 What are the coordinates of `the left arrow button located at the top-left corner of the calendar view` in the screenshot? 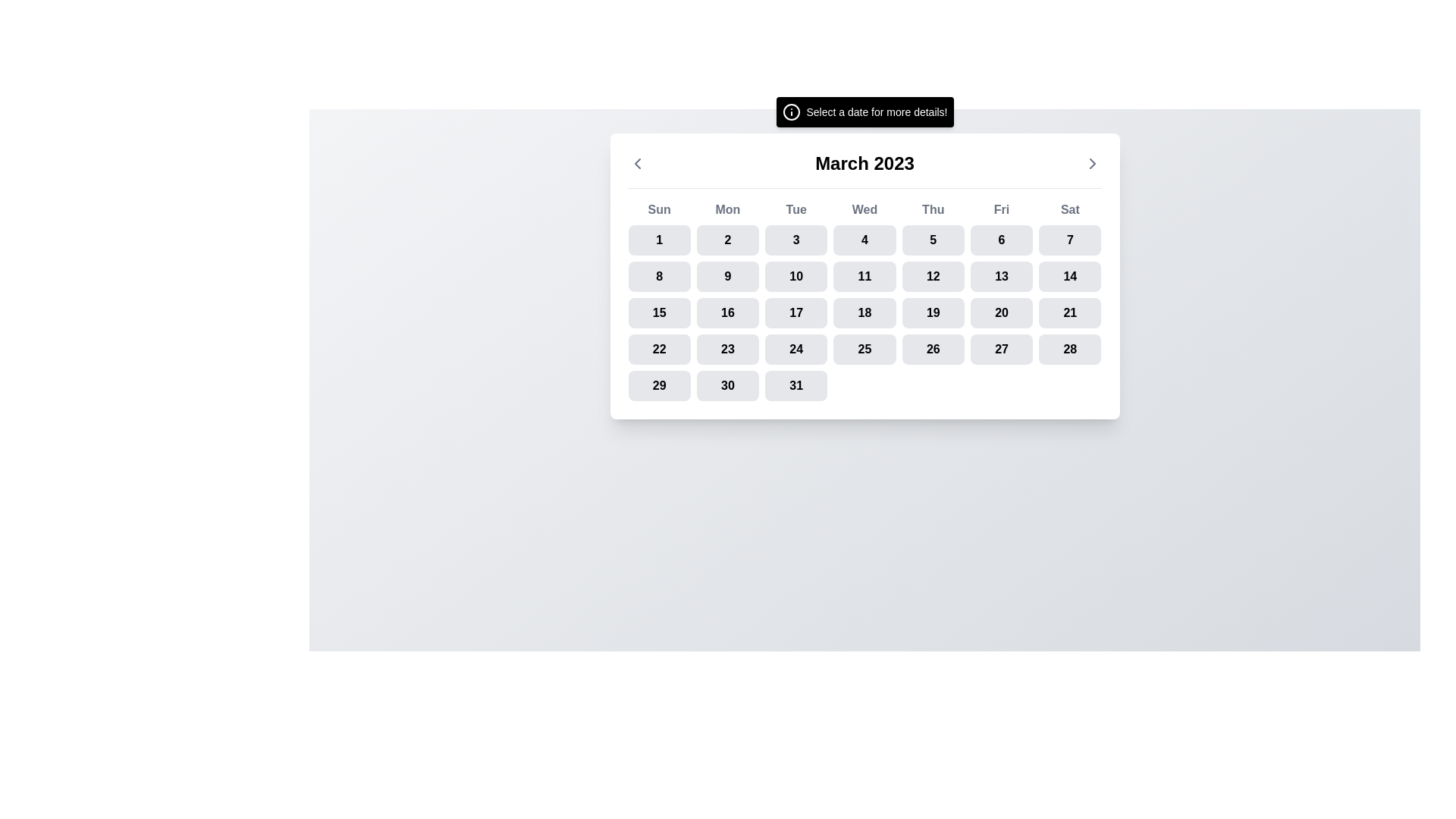 It's located at (637, 164).